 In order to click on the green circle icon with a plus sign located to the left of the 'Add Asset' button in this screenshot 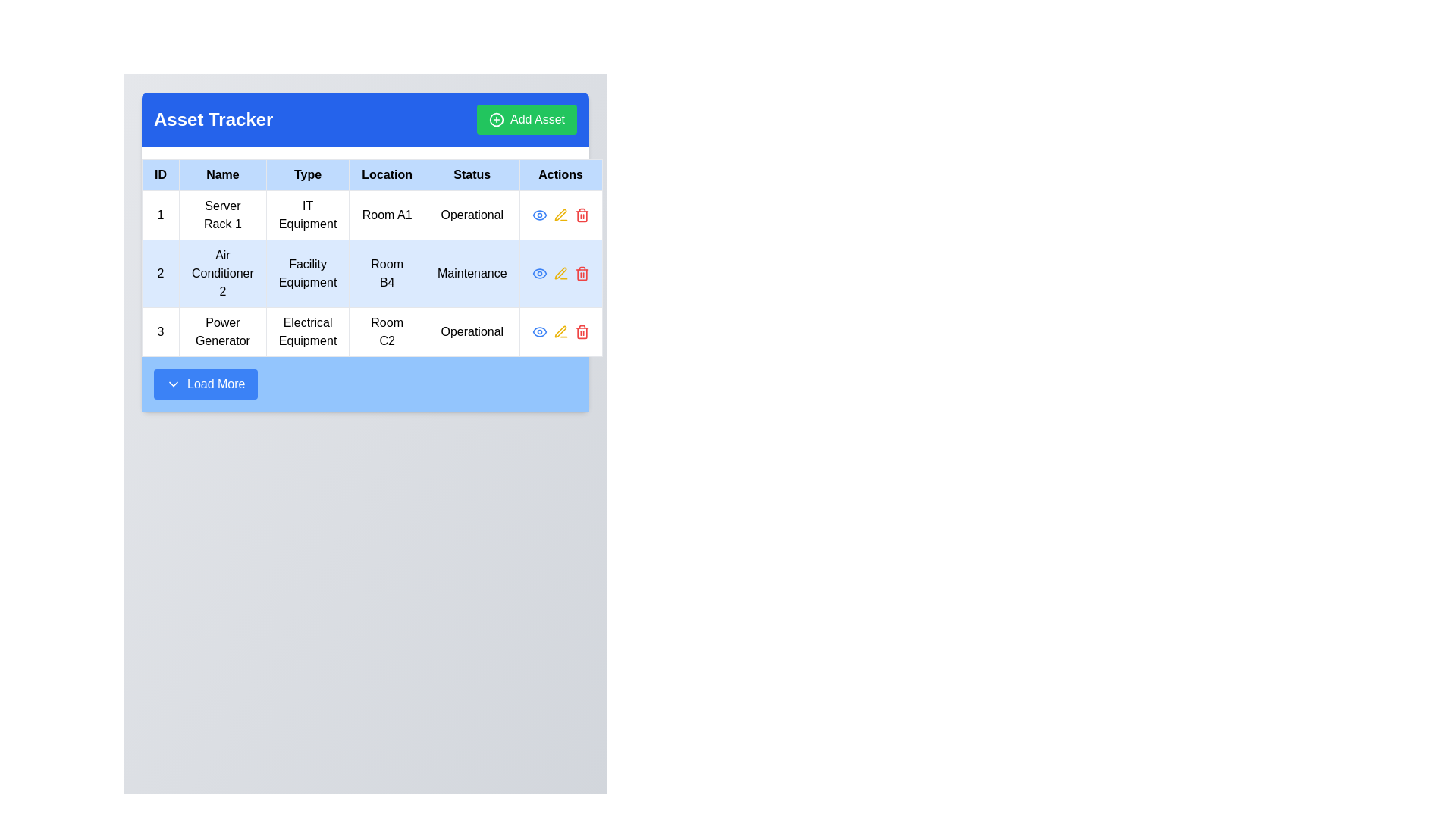, I will do `click(496, 119)`.